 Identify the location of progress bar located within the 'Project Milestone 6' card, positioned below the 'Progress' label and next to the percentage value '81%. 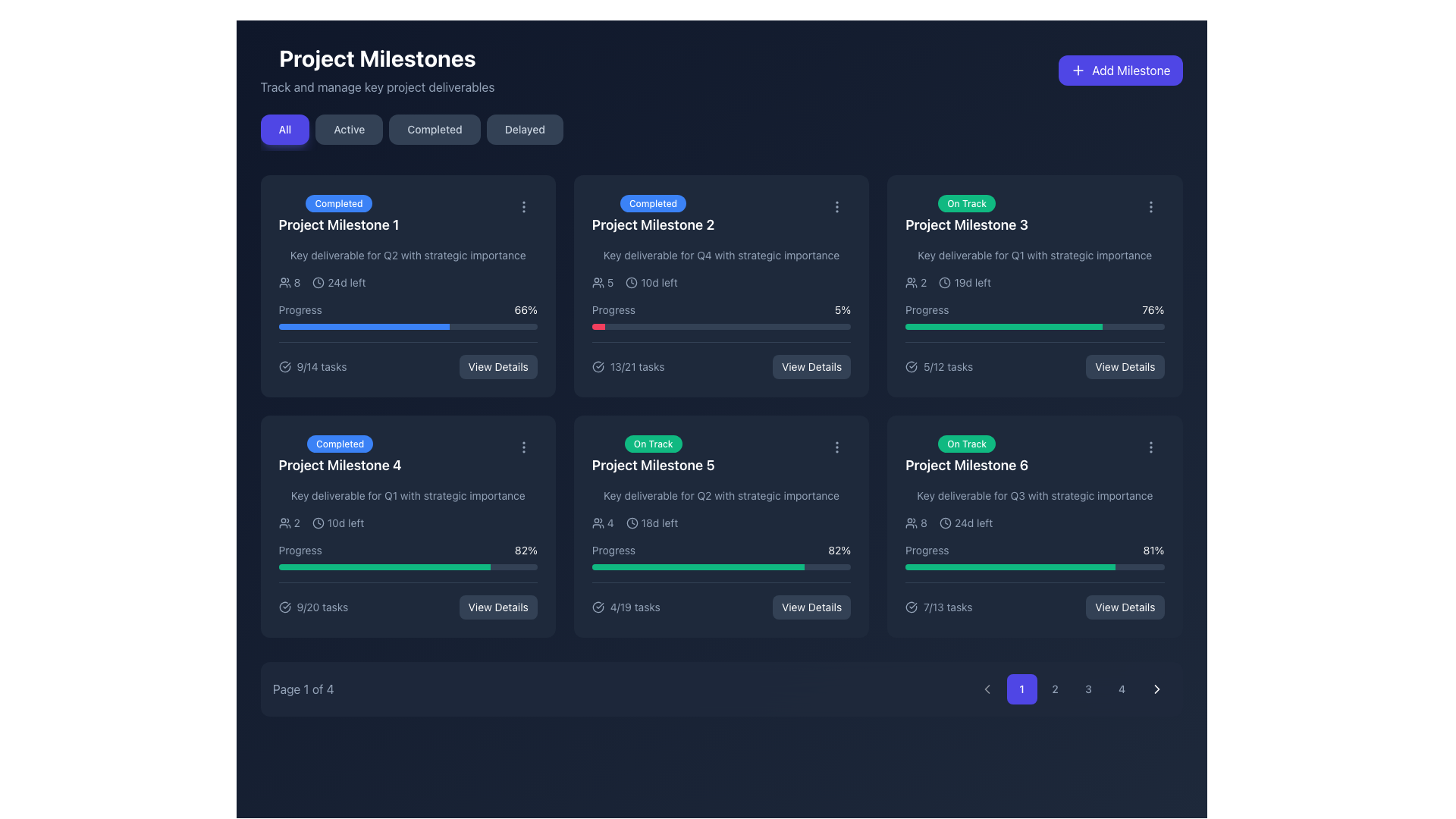
(1034, 567).